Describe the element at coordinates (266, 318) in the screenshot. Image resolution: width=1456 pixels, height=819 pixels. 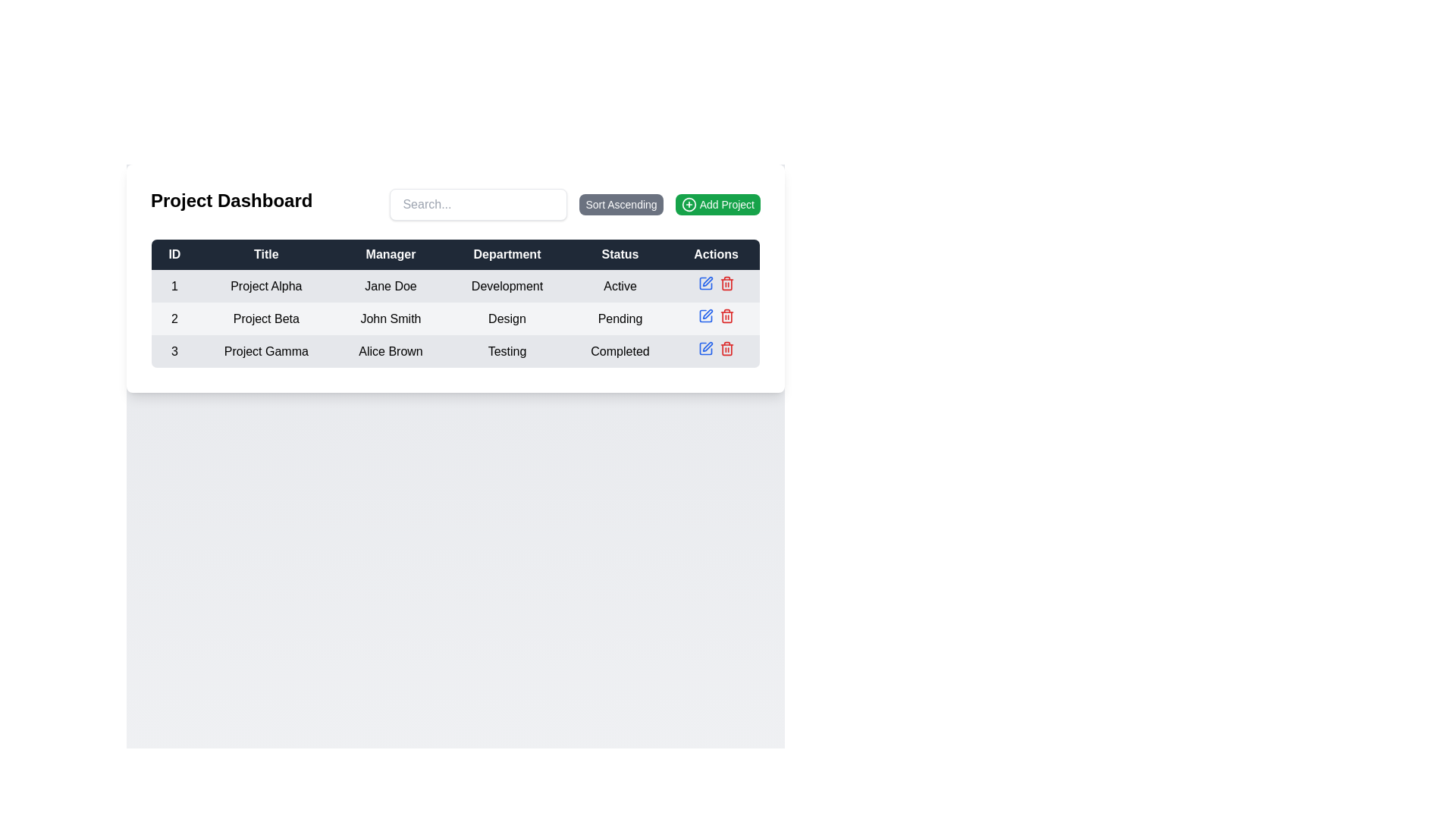
I see `the text label displaying 'Project Beta' located in the second row under the 'Title' column of the table` at that location.